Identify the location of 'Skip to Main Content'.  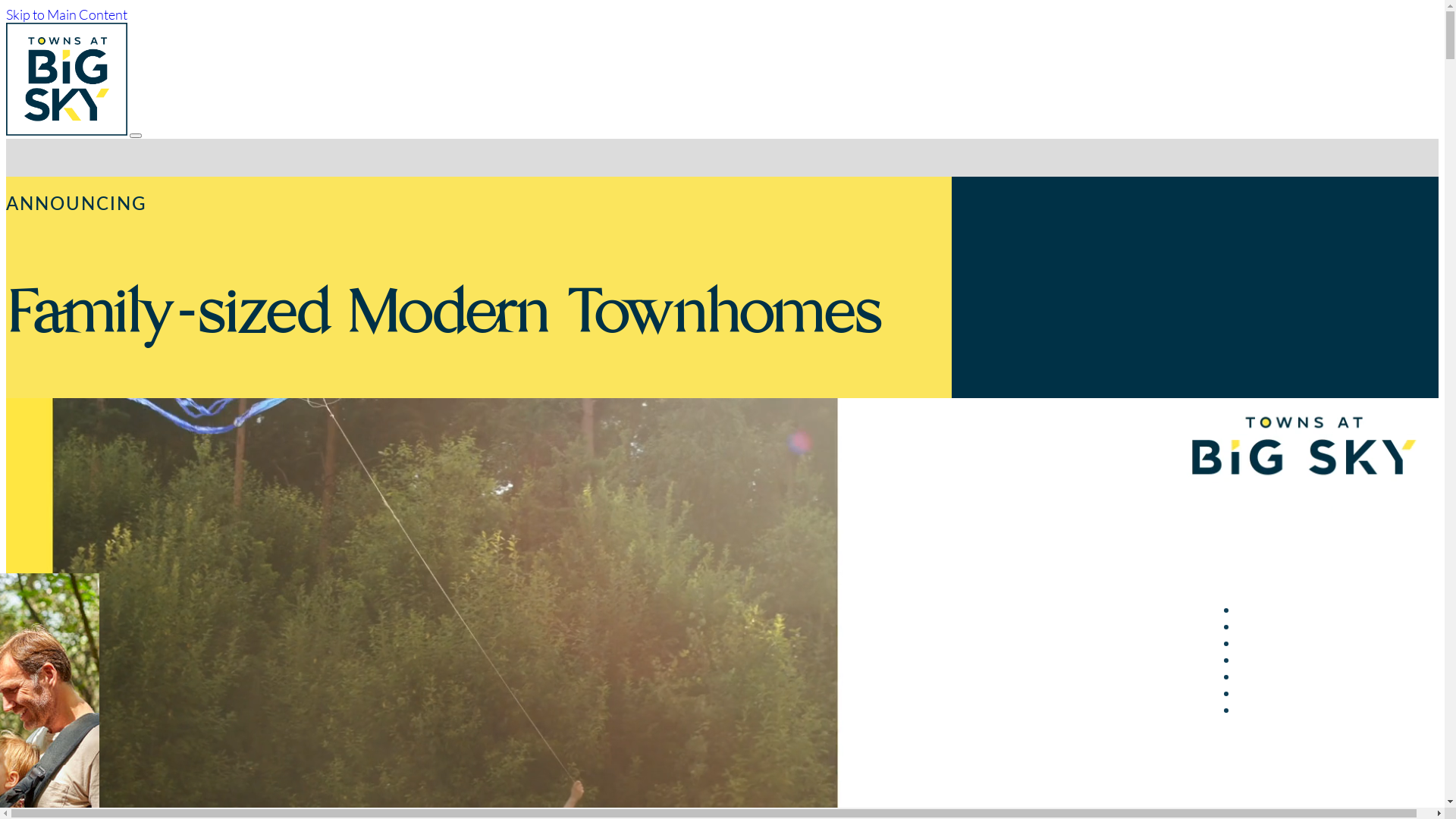
(65, 14).